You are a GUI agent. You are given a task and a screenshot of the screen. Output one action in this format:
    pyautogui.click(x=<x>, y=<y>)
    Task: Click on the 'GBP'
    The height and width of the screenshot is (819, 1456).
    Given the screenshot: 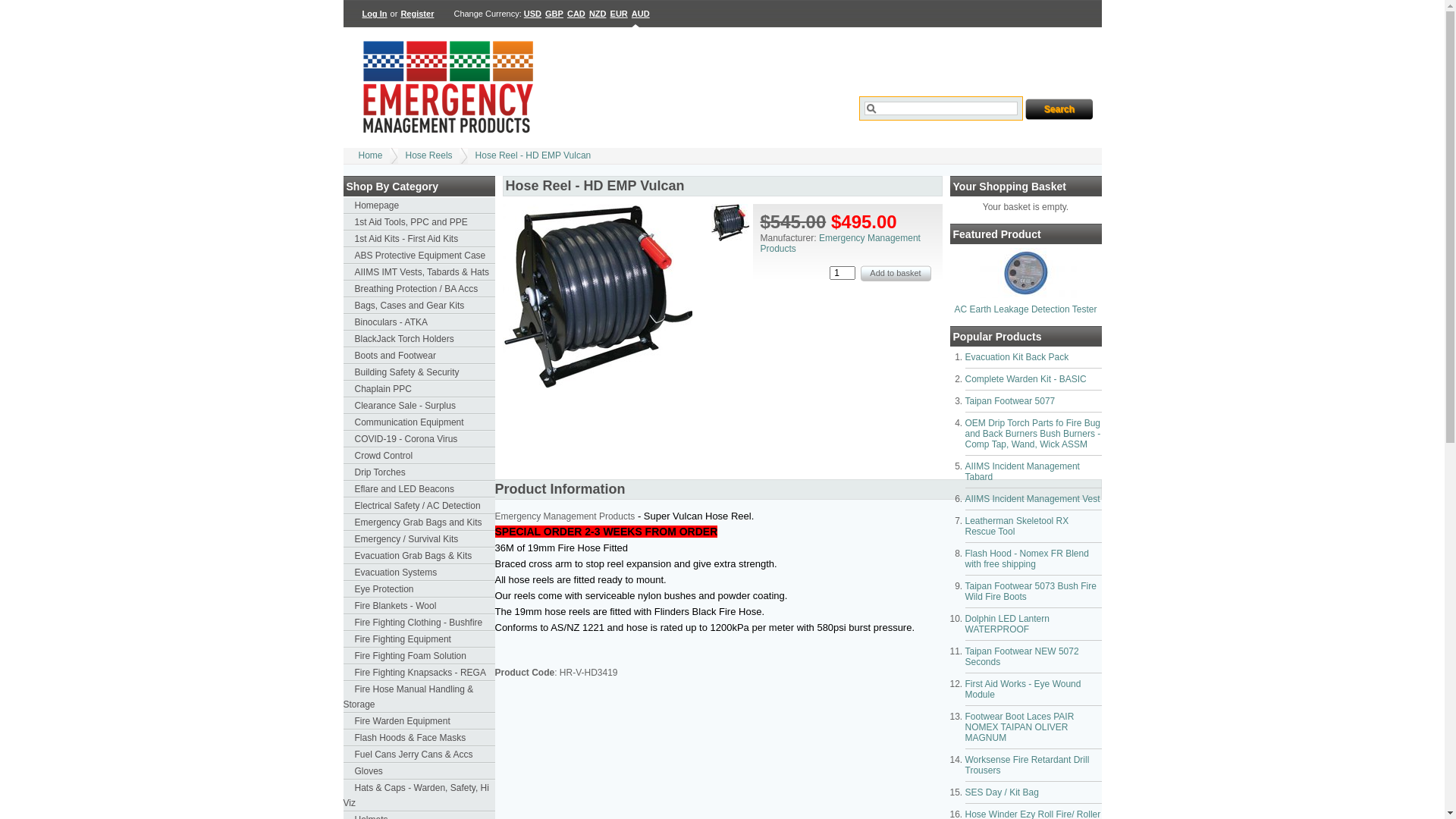 What is the action you would take?
    pyautogui.click(x=553, y=14)
    